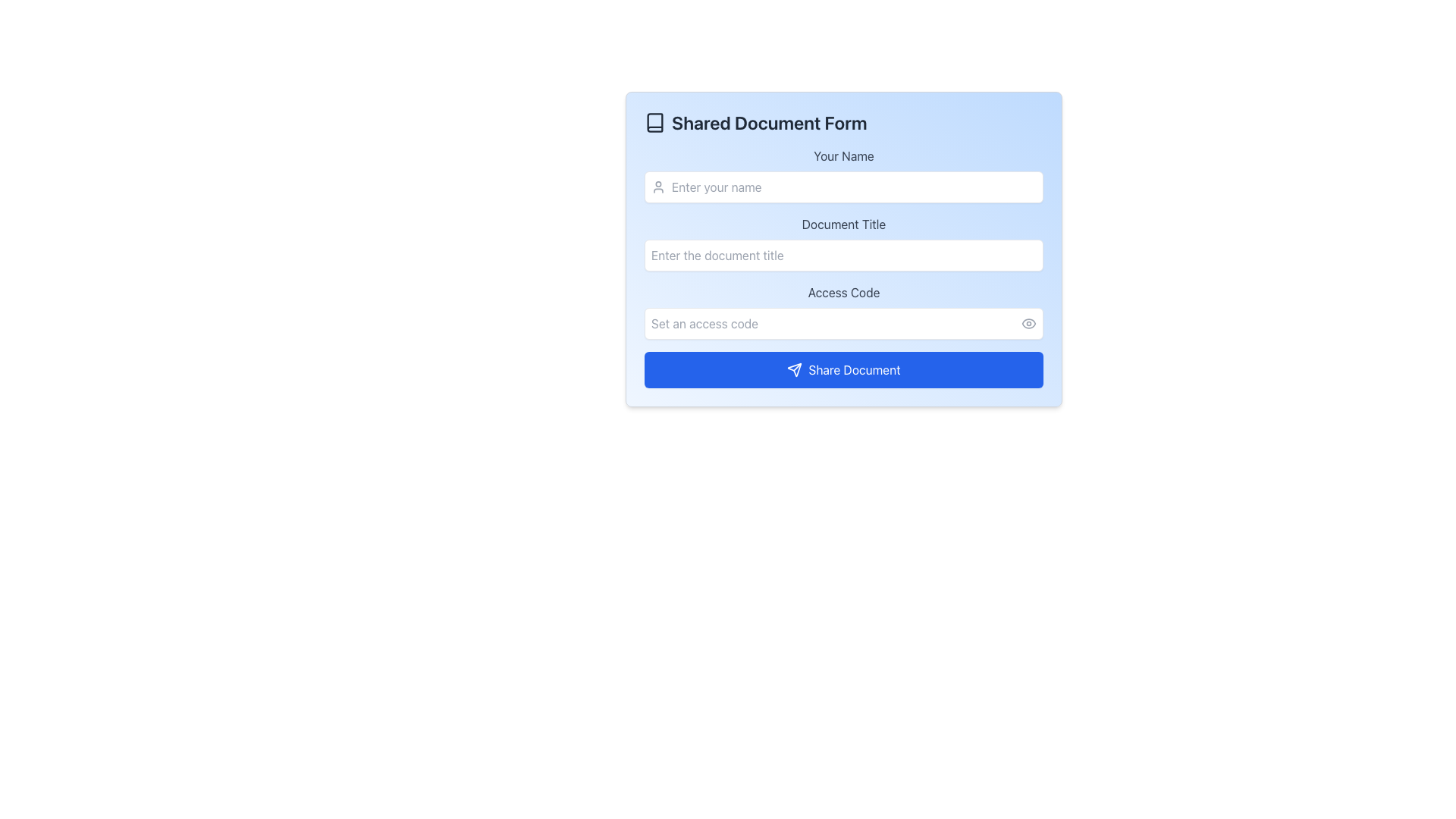 Image resolution: width=1456 pixels, height=819 pixels. Describe the element at coordinates (658, 186) in the screenshot. I see `the Decorative icon associated with the 'Enter your name' text field` at that location.